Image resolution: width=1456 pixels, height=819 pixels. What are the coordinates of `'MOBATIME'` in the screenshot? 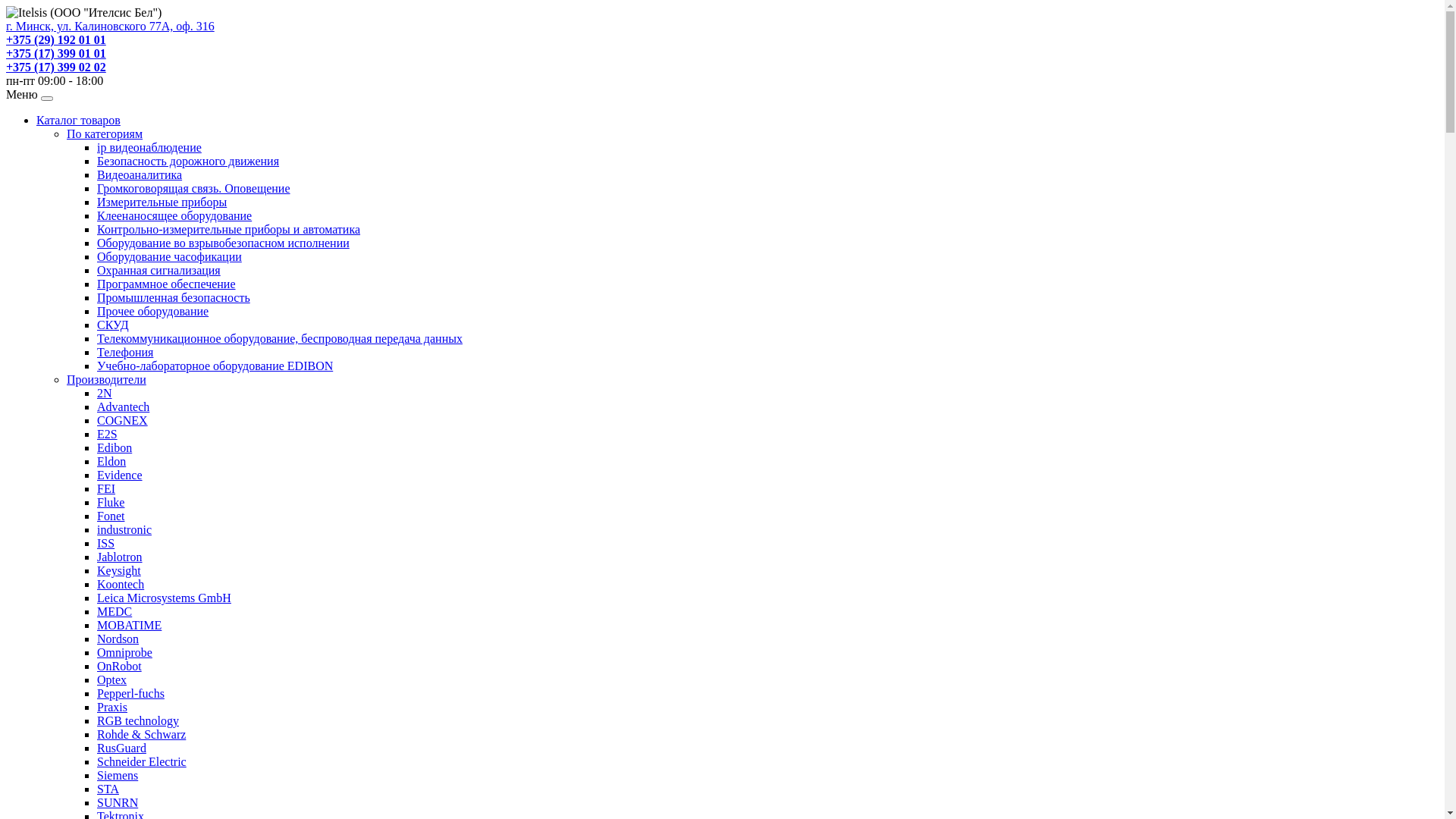 It's located at (96, 625).